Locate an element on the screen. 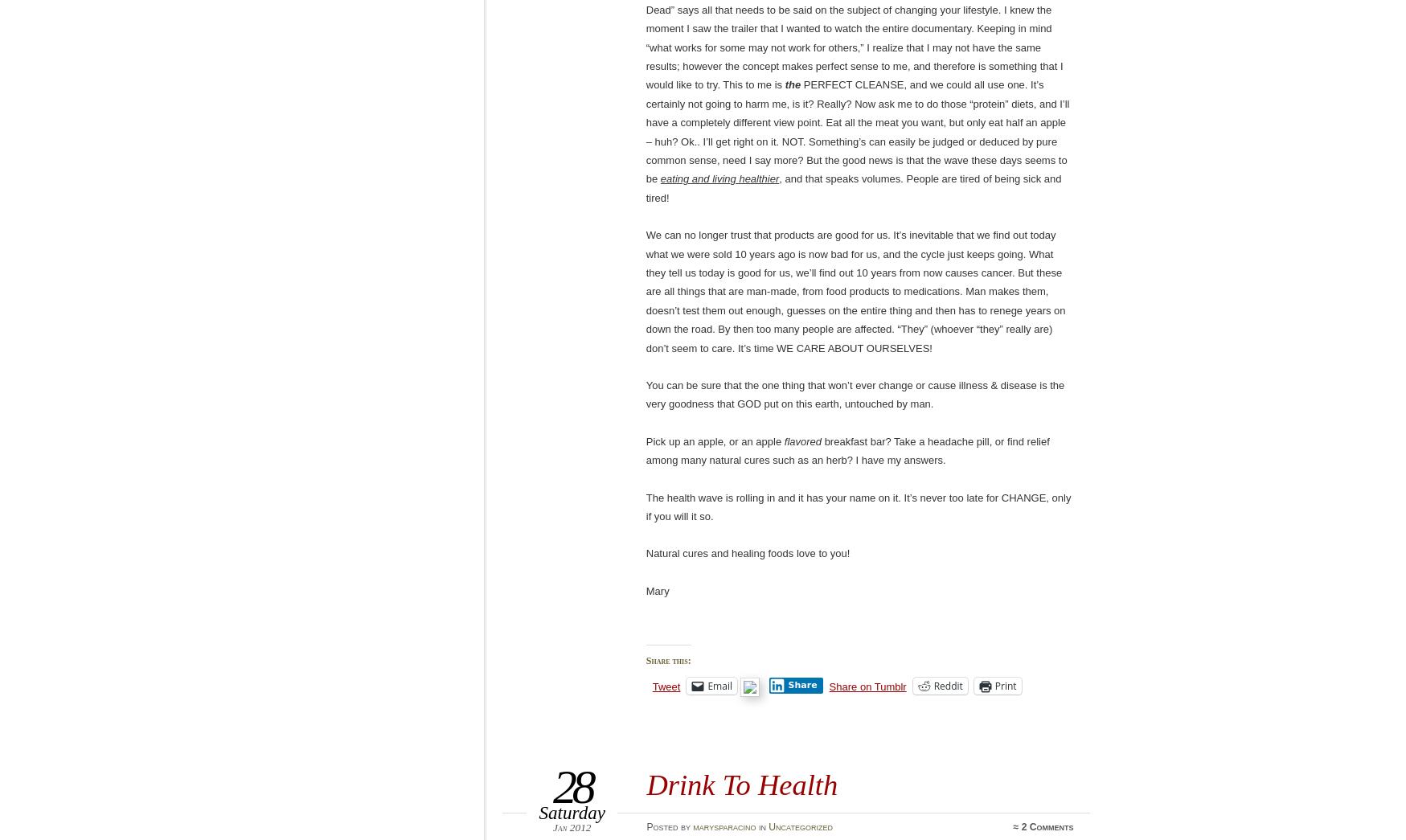 The image size is (1406, 840). 'PERFECT CLEANSE, and we could all use one. It’s certainly not going to harm me, is it? Really? Now ask me to do those “protein” diets, and I’ll have a completely different view point. Eat all the meat you want, but only eat half an apple – huh? Ok.. I’ll get right on it. NOT. Something’s can easily be judged or deduced by pure common sense, need I say more? But the good news is that the wave these days seems to be' is located at coordinates (857, 130).